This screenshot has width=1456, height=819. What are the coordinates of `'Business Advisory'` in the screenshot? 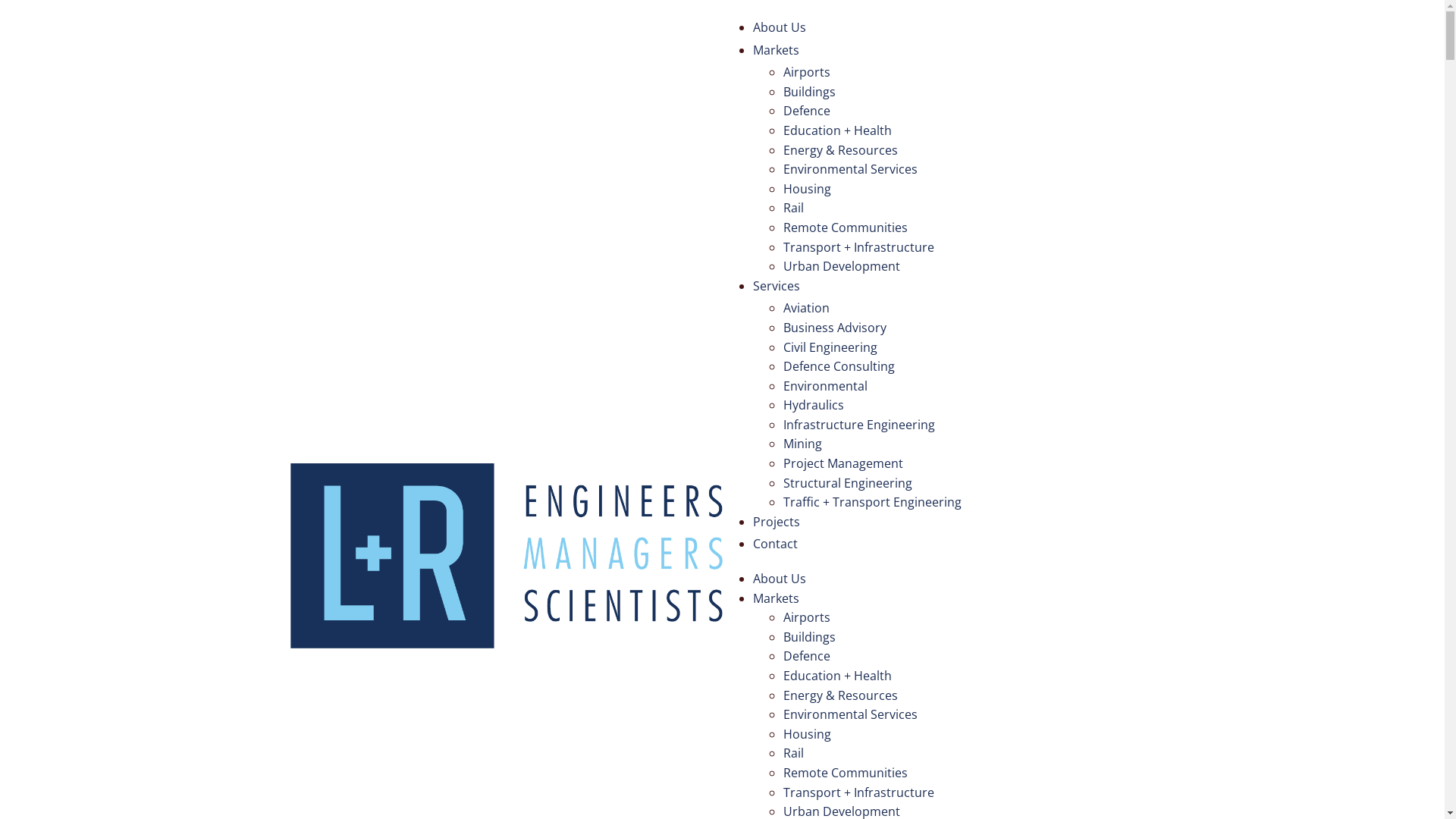 It's located at (833, 327).